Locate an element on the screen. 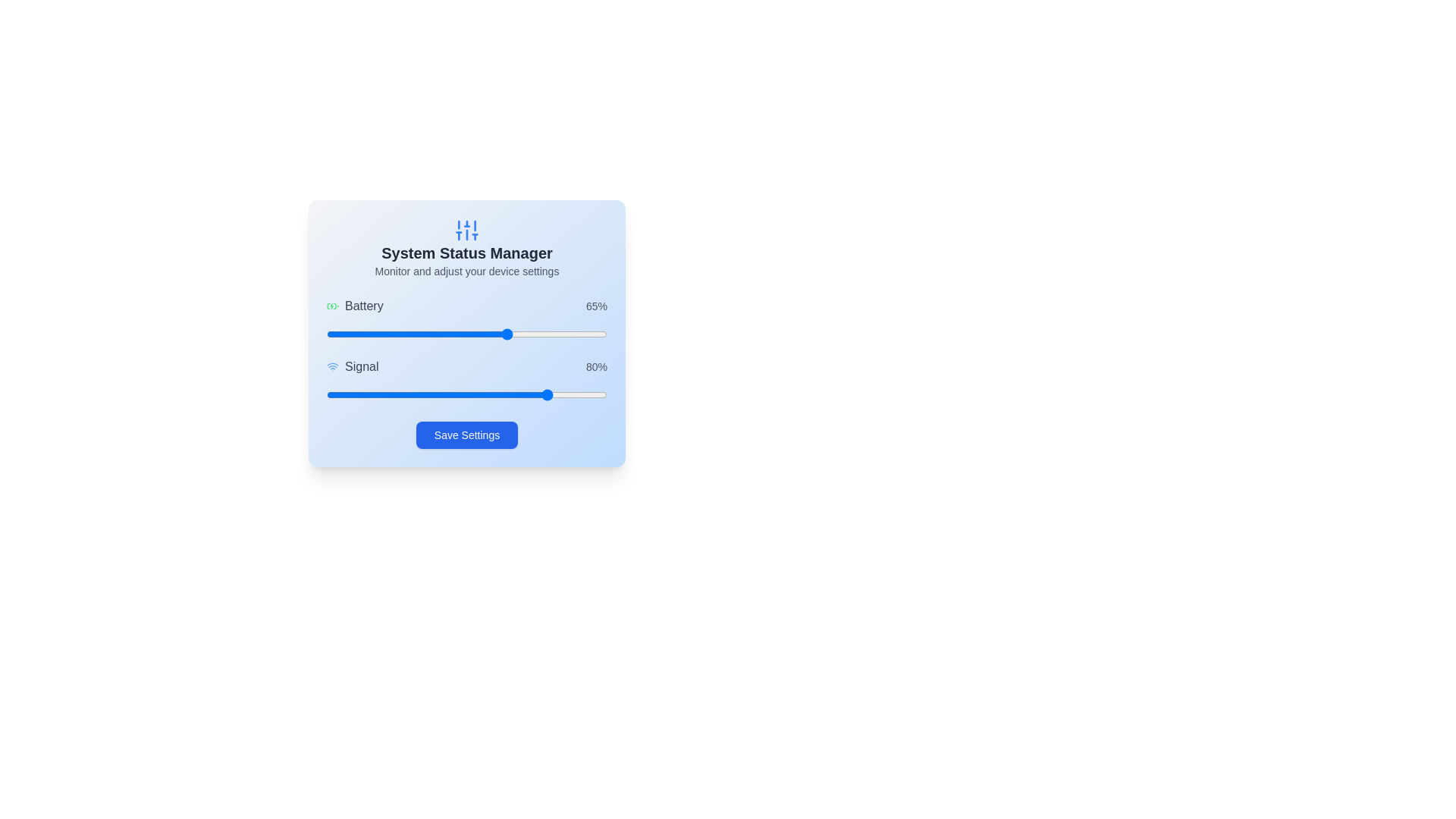 This screenshot has height=819, width=1456. the battery level to 63% using the slider is located at coordinates (504, 333).